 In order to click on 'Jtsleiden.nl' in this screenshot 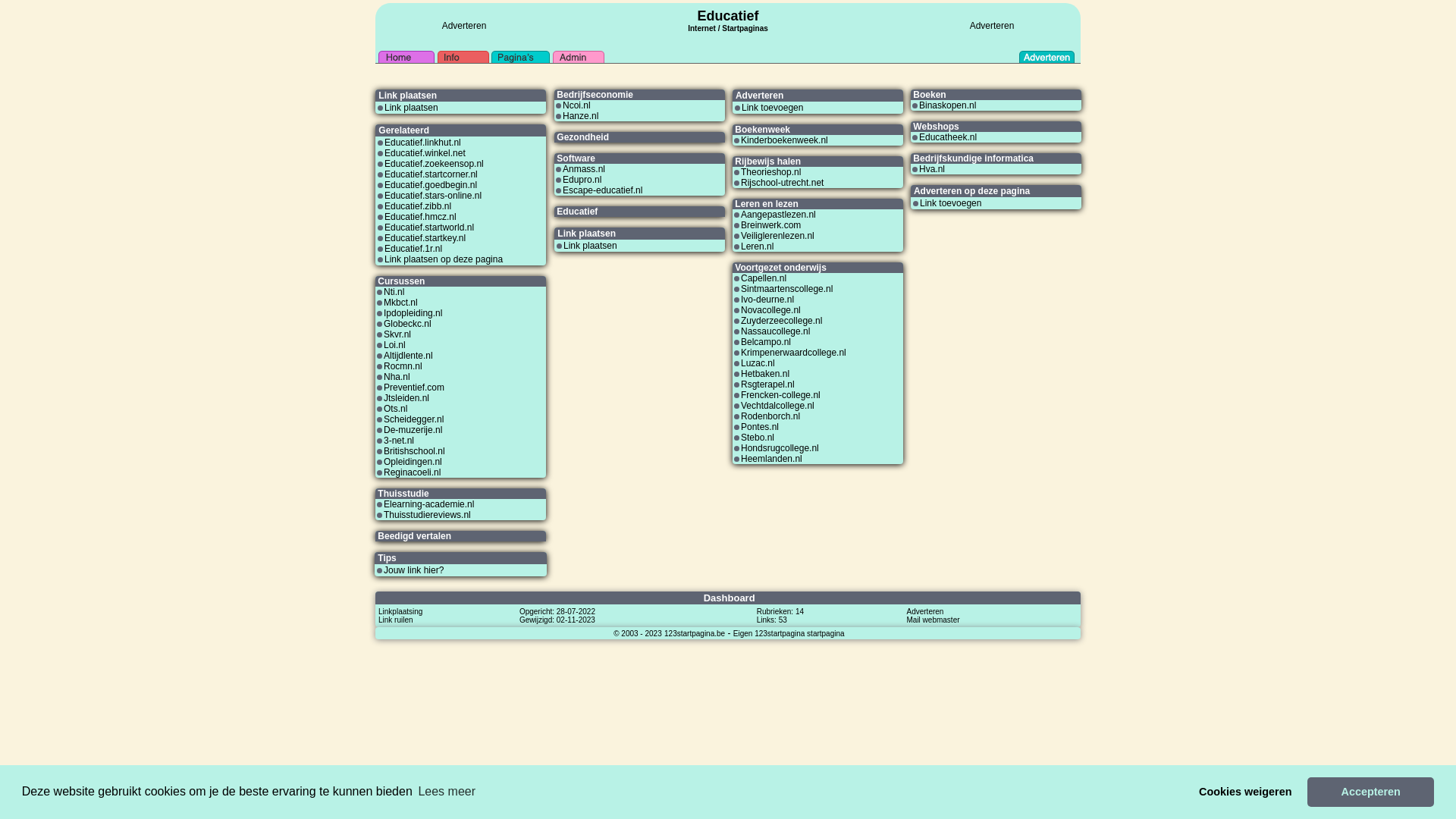, I will do `click(406, 397)`.